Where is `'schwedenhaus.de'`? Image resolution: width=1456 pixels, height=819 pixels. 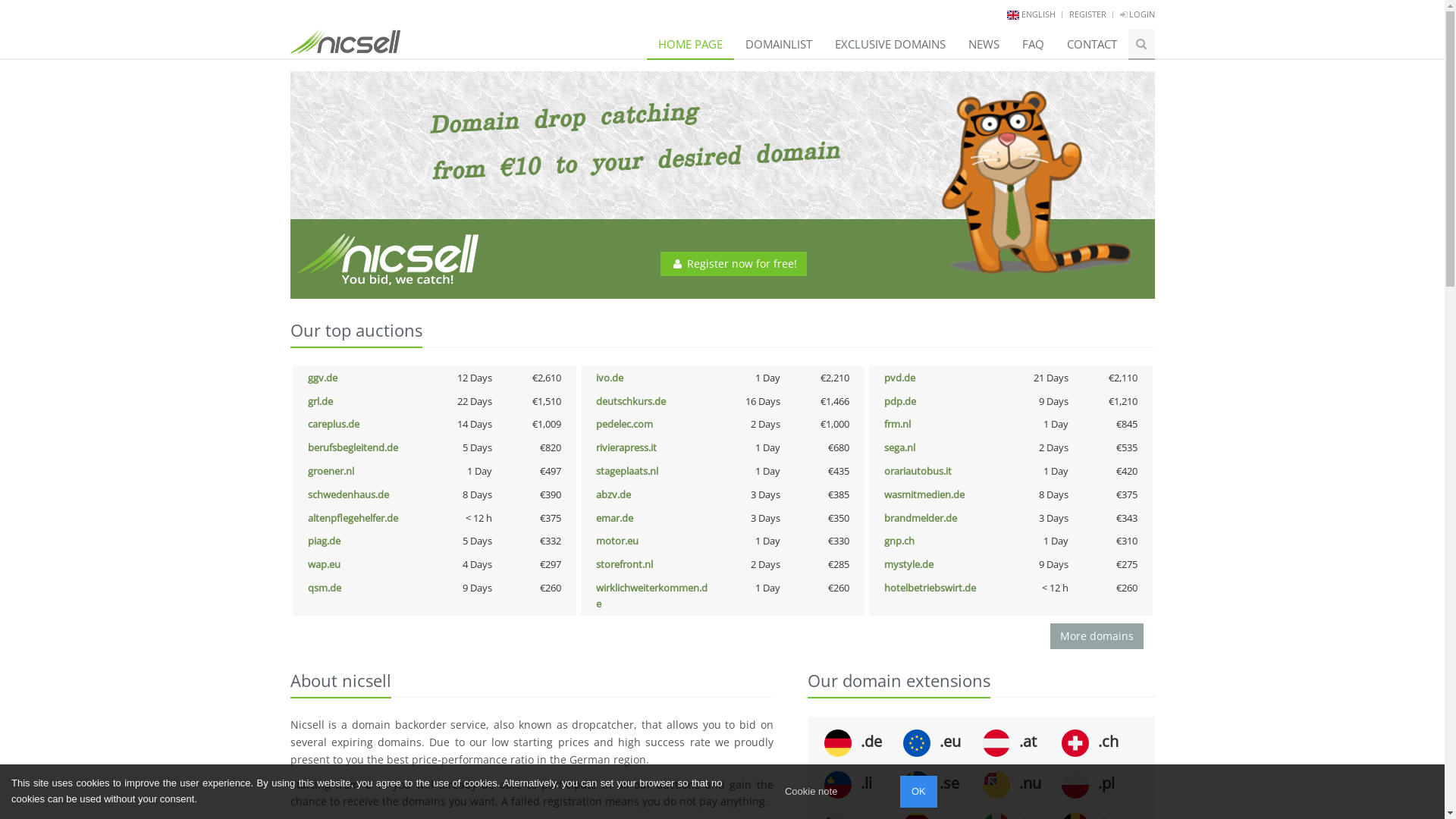 'schwedenhaus.de' is located at coordinates (347, 494).